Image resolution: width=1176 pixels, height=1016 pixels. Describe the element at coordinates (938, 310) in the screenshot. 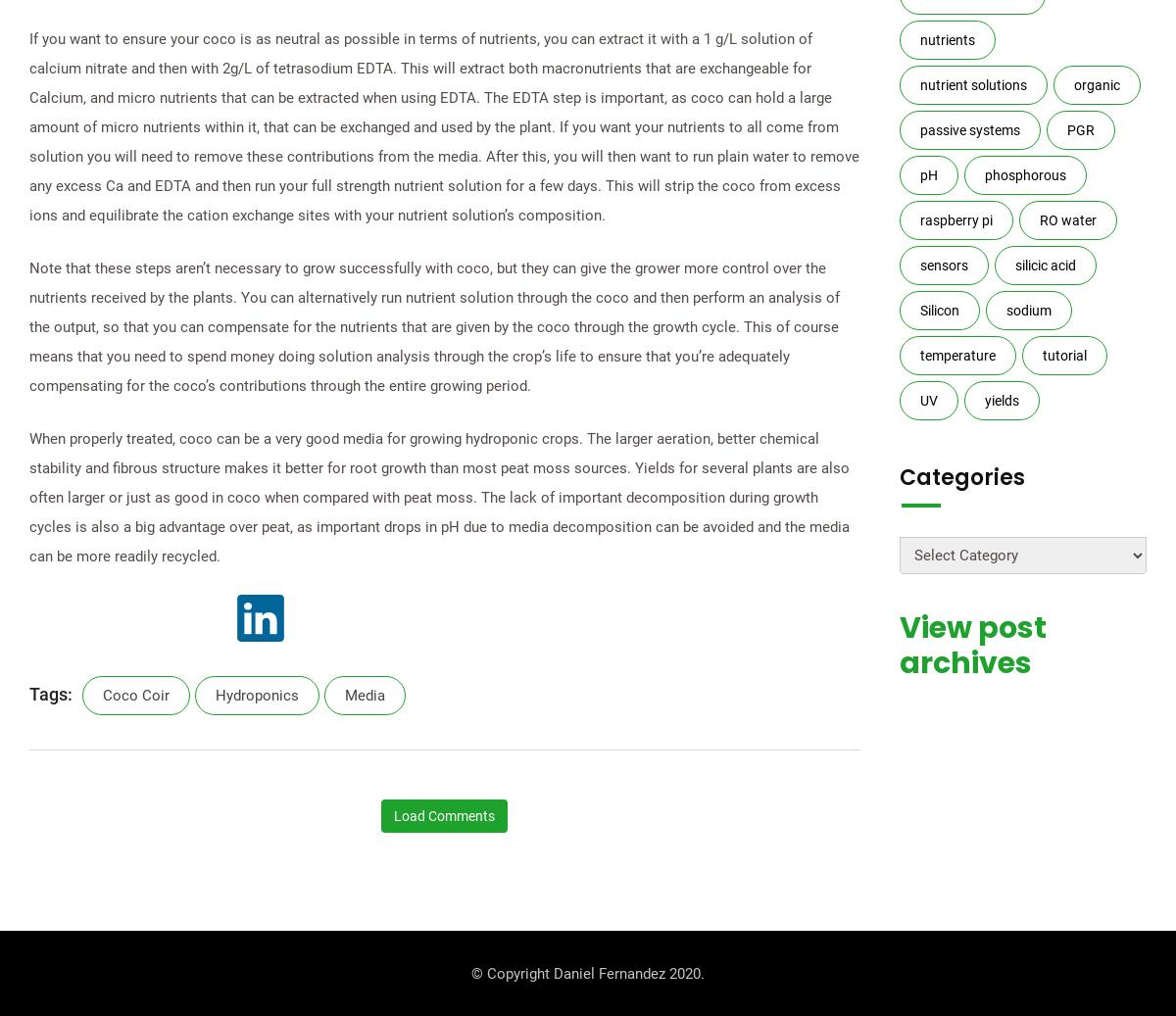

I see `'Silicon'` at that location.